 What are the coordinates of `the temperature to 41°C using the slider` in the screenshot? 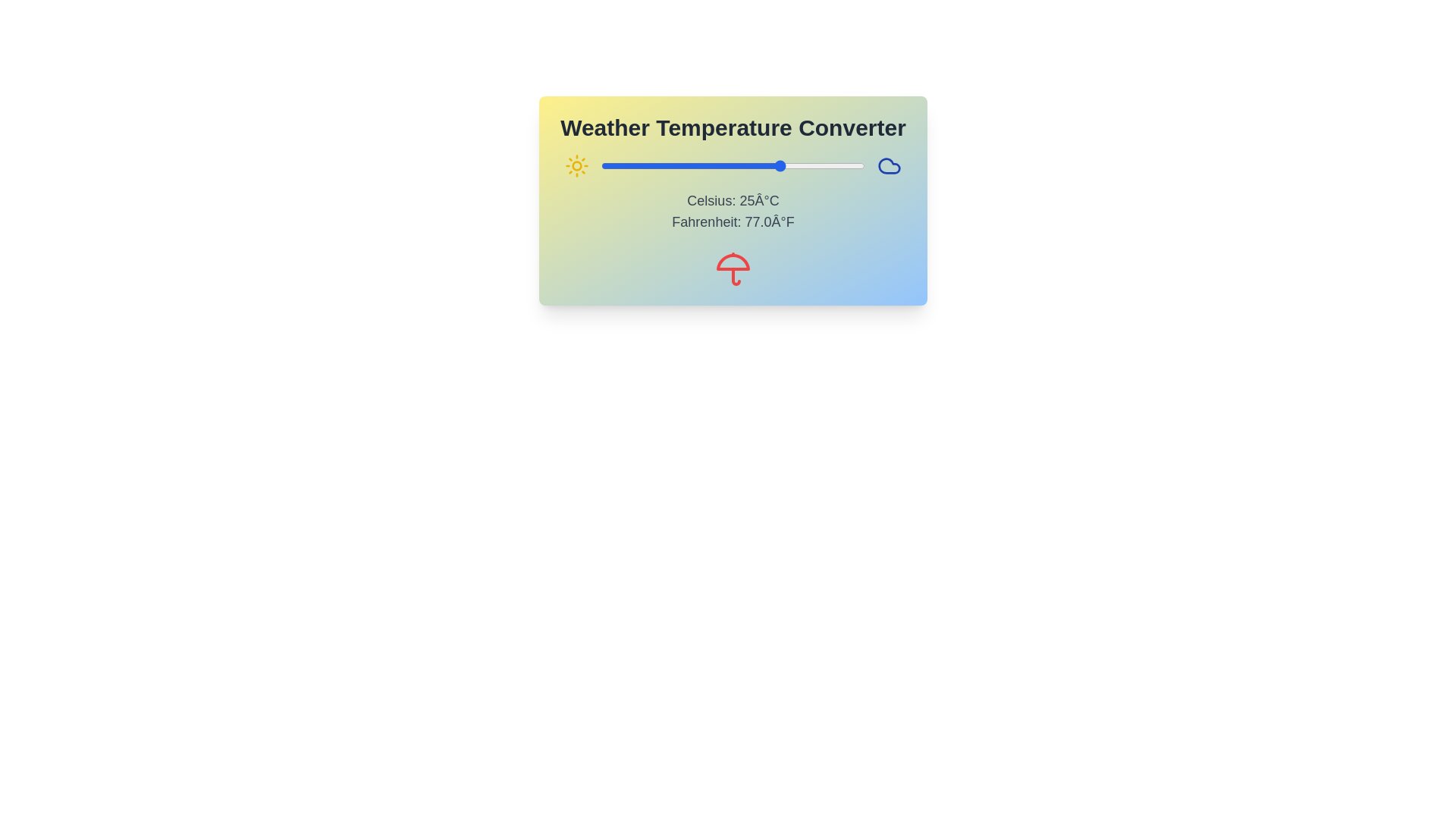 It's located at (834, 166).